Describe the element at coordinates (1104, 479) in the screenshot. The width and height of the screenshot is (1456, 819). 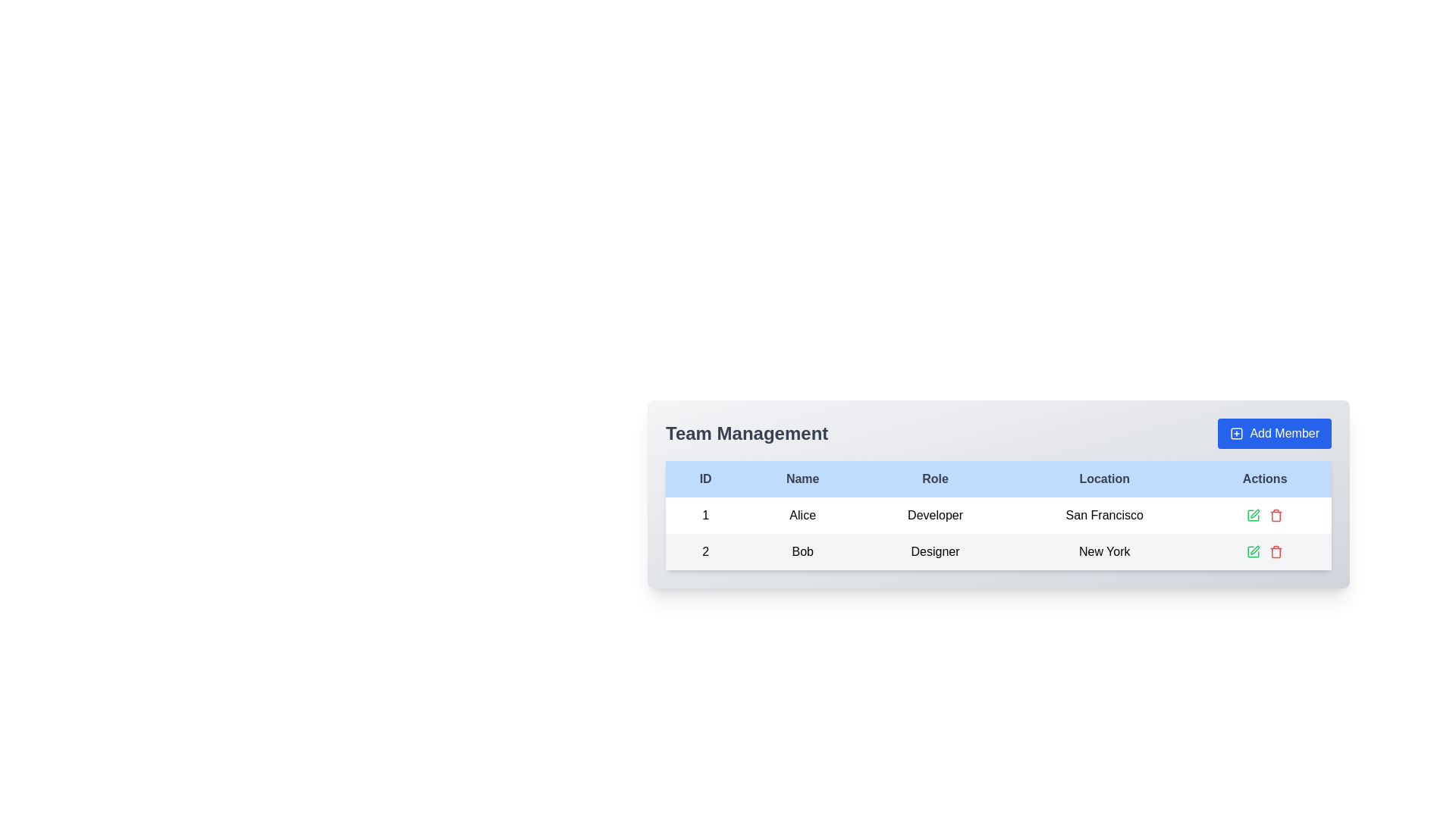
I see `the 'Location' header element in the table, which is the fourth header and is styled with a light blue background` at that location.